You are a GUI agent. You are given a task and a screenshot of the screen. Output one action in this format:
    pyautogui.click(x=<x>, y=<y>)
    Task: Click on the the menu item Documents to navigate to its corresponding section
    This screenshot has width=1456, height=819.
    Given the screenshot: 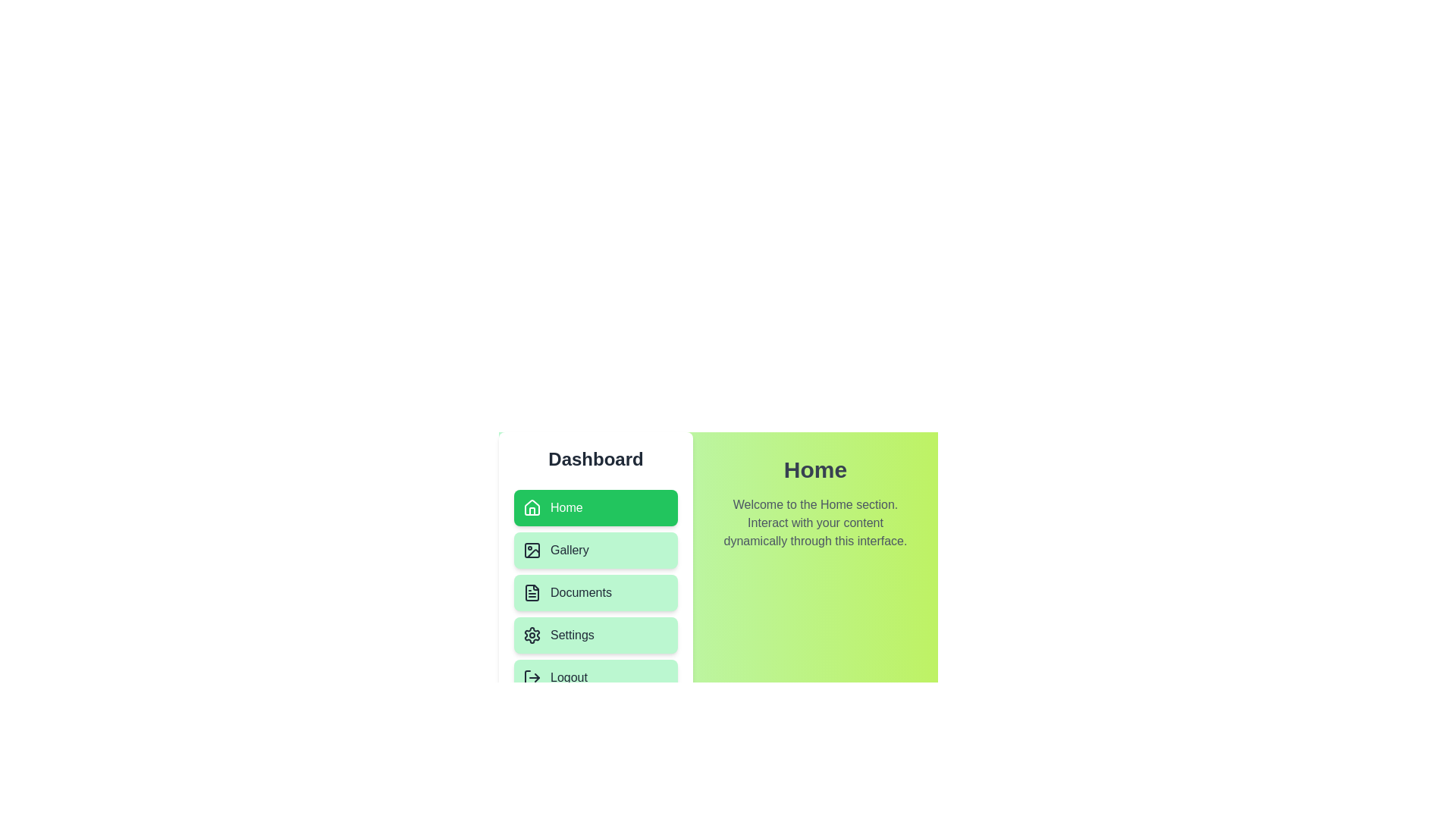 What is the action you would take?
    pyautogui.click(x=595, y=592)
    